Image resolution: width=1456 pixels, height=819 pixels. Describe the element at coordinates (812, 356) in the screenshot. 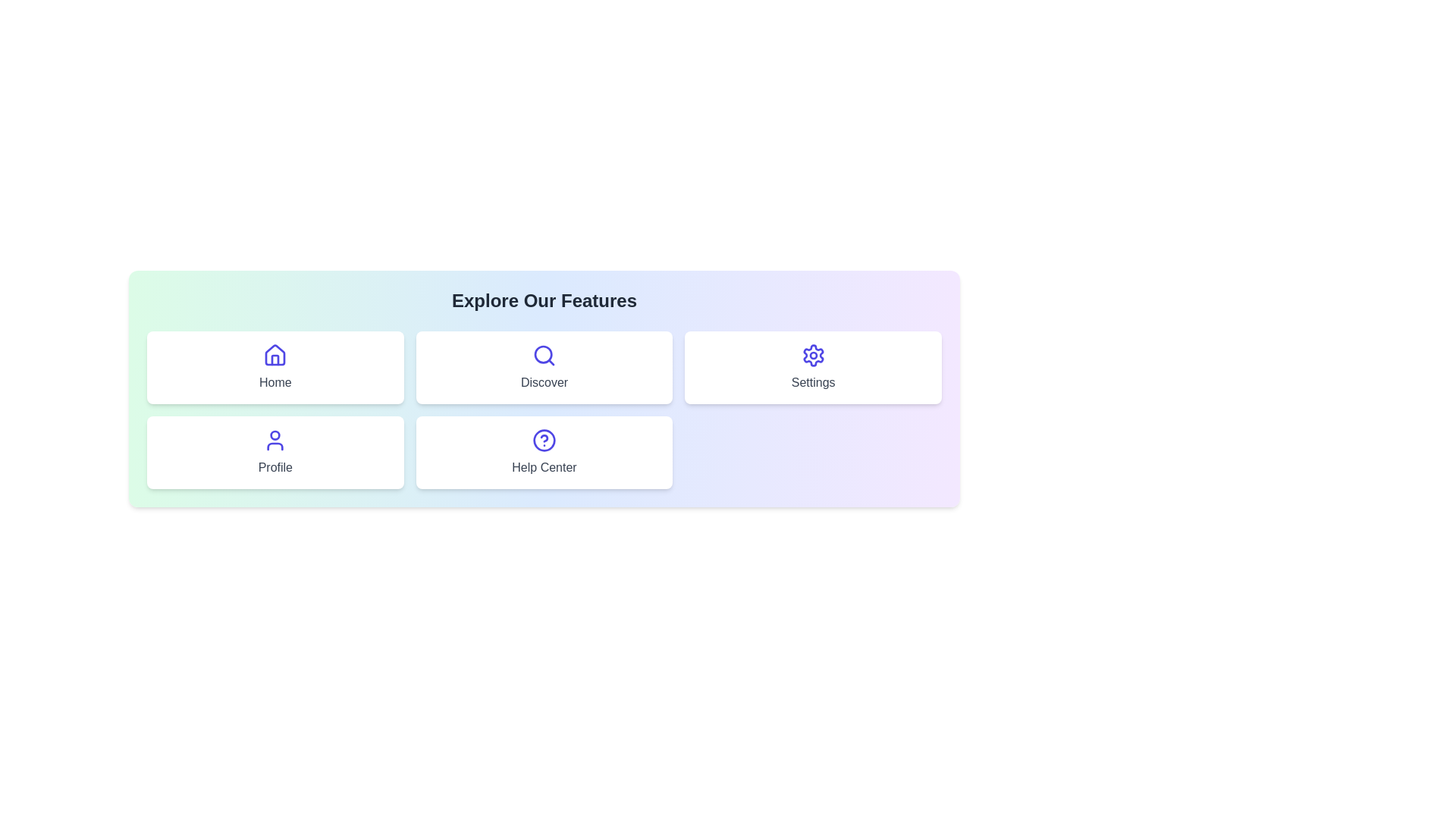

I see `the gear icon located at the top center of the 'Settings' tile in the third column of the top row in the grid layout` at that location.